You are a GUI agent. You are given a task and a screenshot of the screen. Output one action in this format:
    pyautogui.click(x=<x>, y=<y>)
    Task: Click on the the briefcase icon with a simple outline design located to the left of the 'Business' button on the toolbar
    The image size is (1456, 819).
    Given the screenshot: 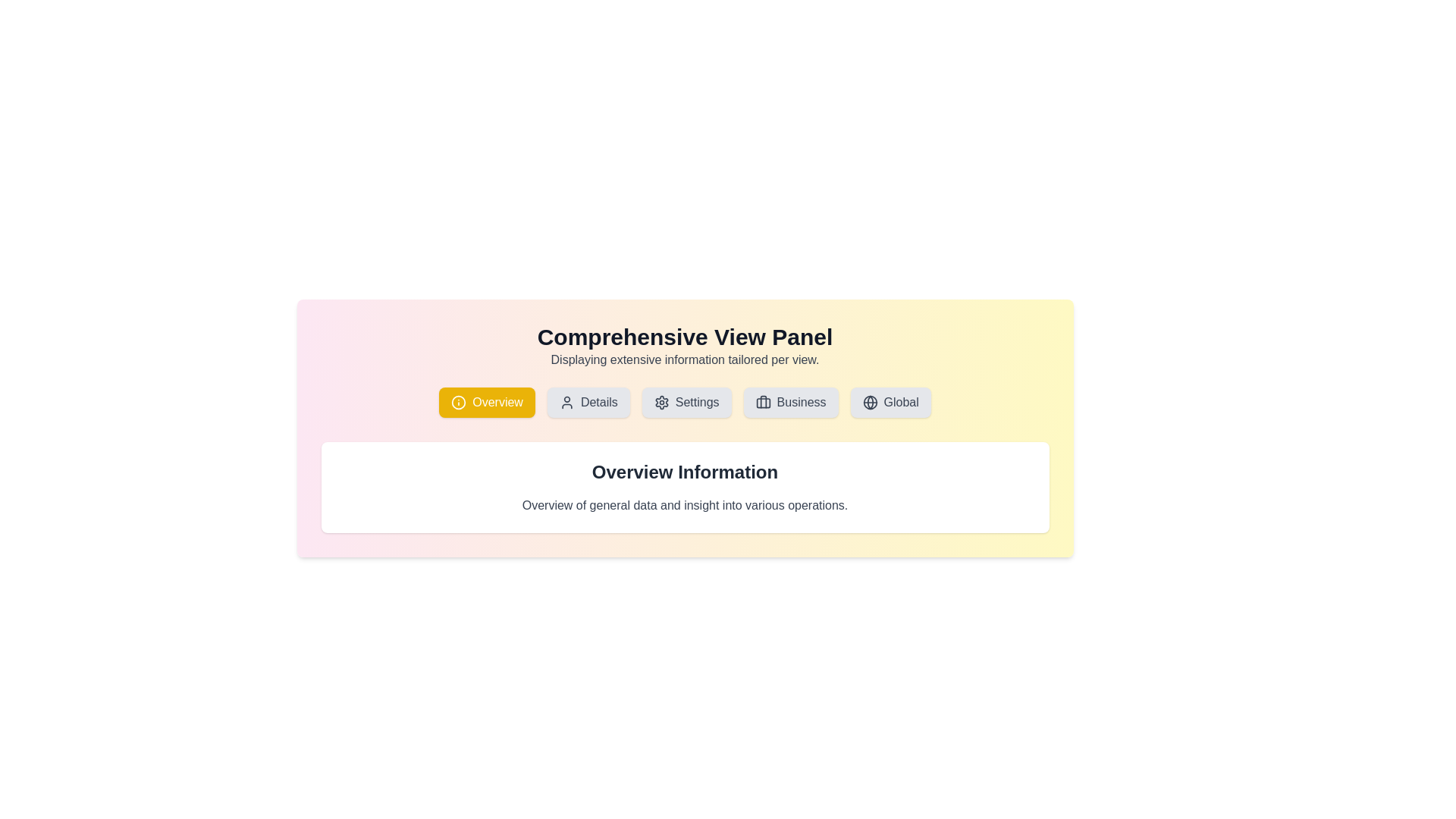 What is the action you would take?
    pyautogui.click(x=763, y=402)
    